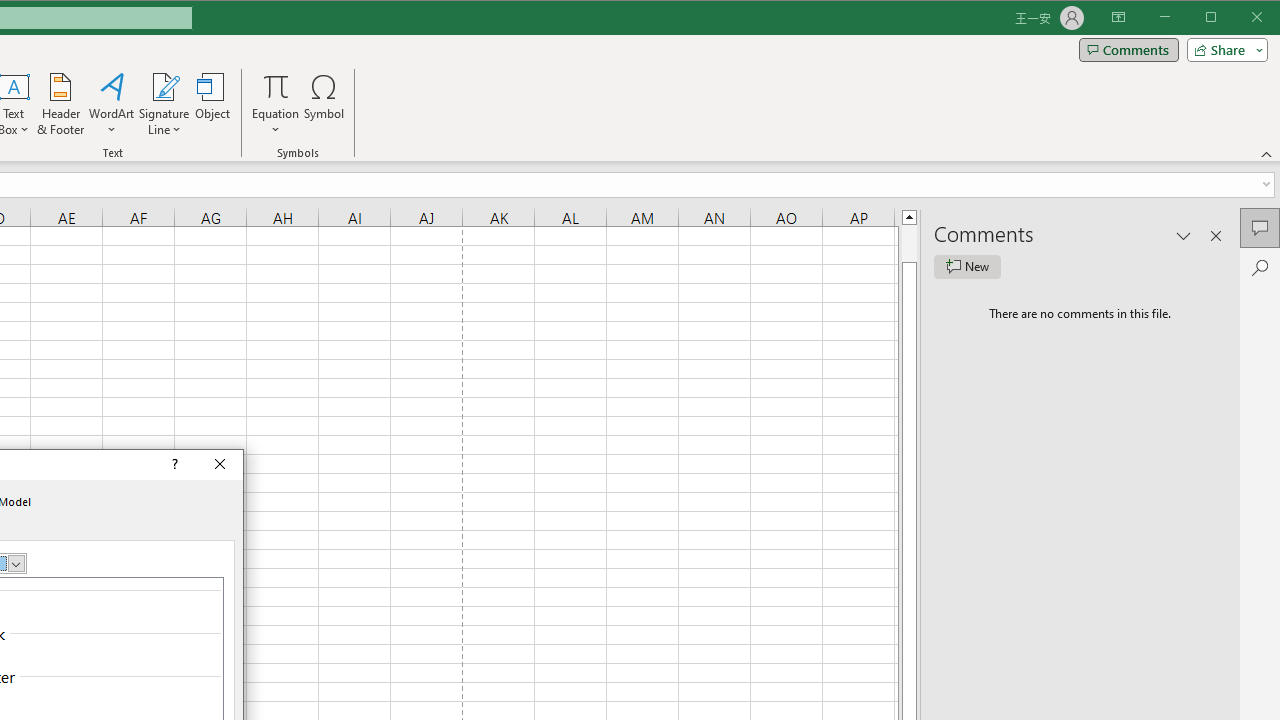 The image size is (1280, 720). I want to click on 'Collapse the Ribbon', so click(1266, 153).